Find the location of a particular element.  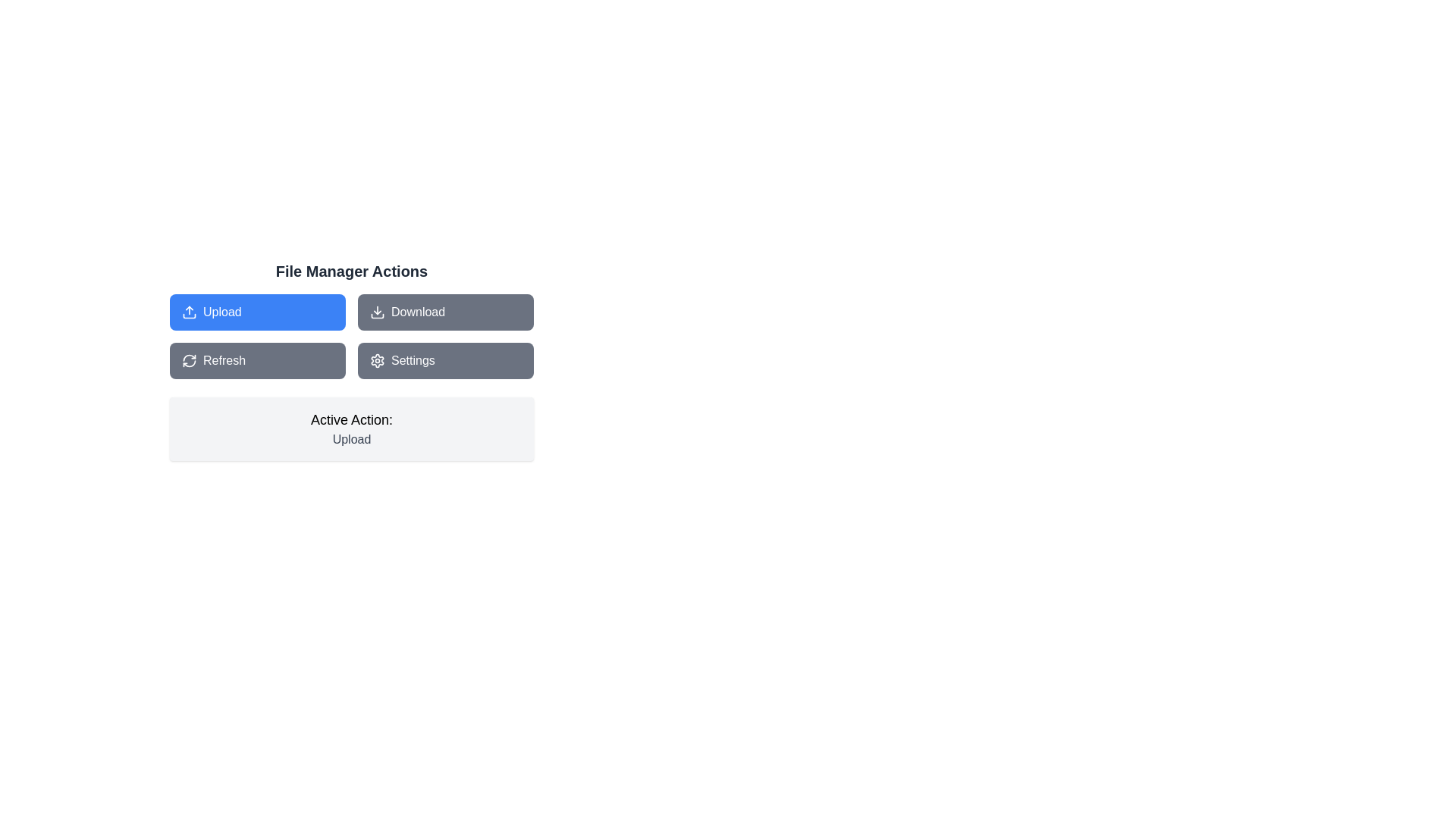

the settings button located in the bottom-right cell of the grid layout is located at coordinates (445, 360).